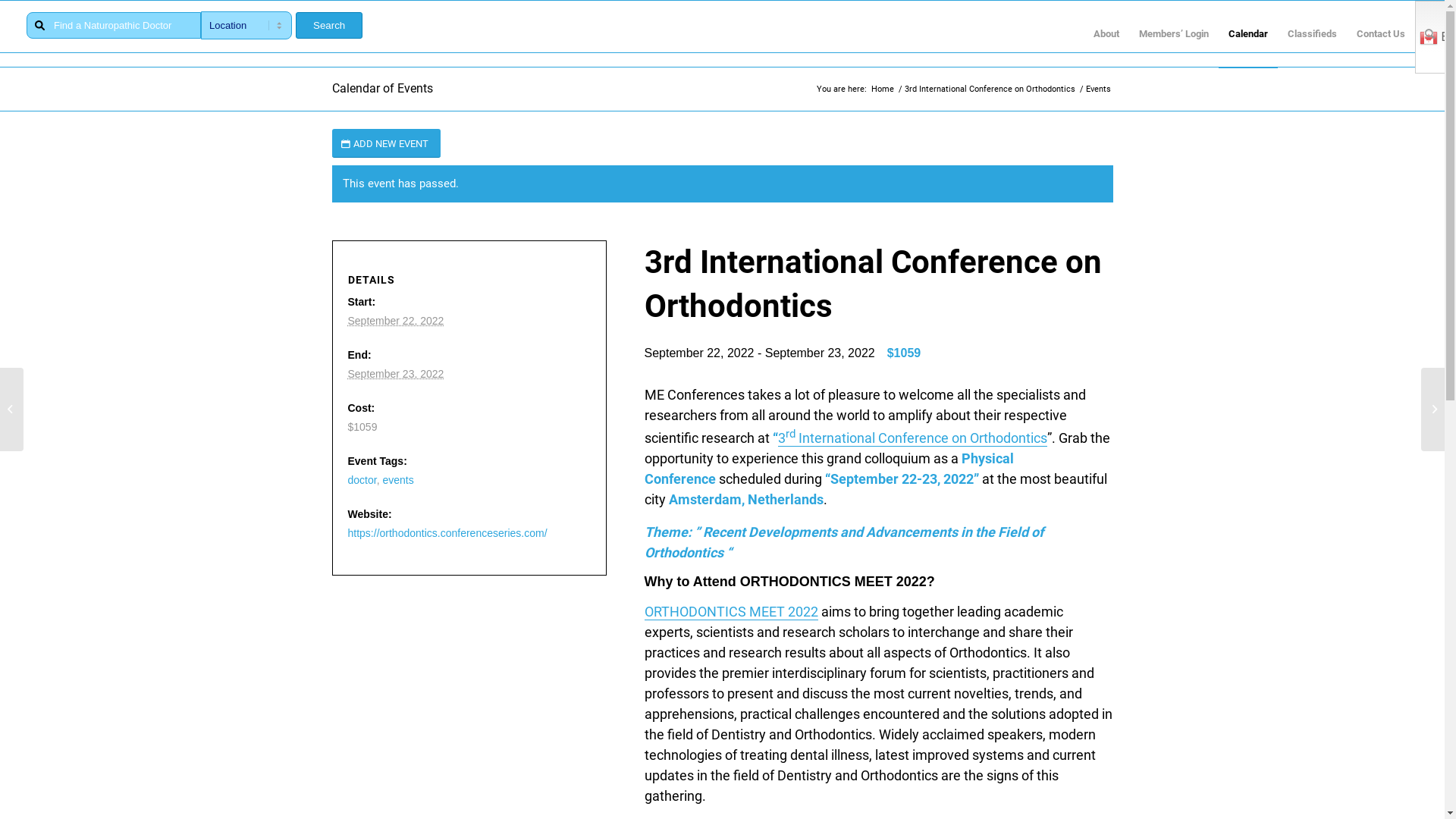  What do you see at coordinates (360, 479) in the screenshot?
I see `'doctor'` at bounding box center [360, 479].